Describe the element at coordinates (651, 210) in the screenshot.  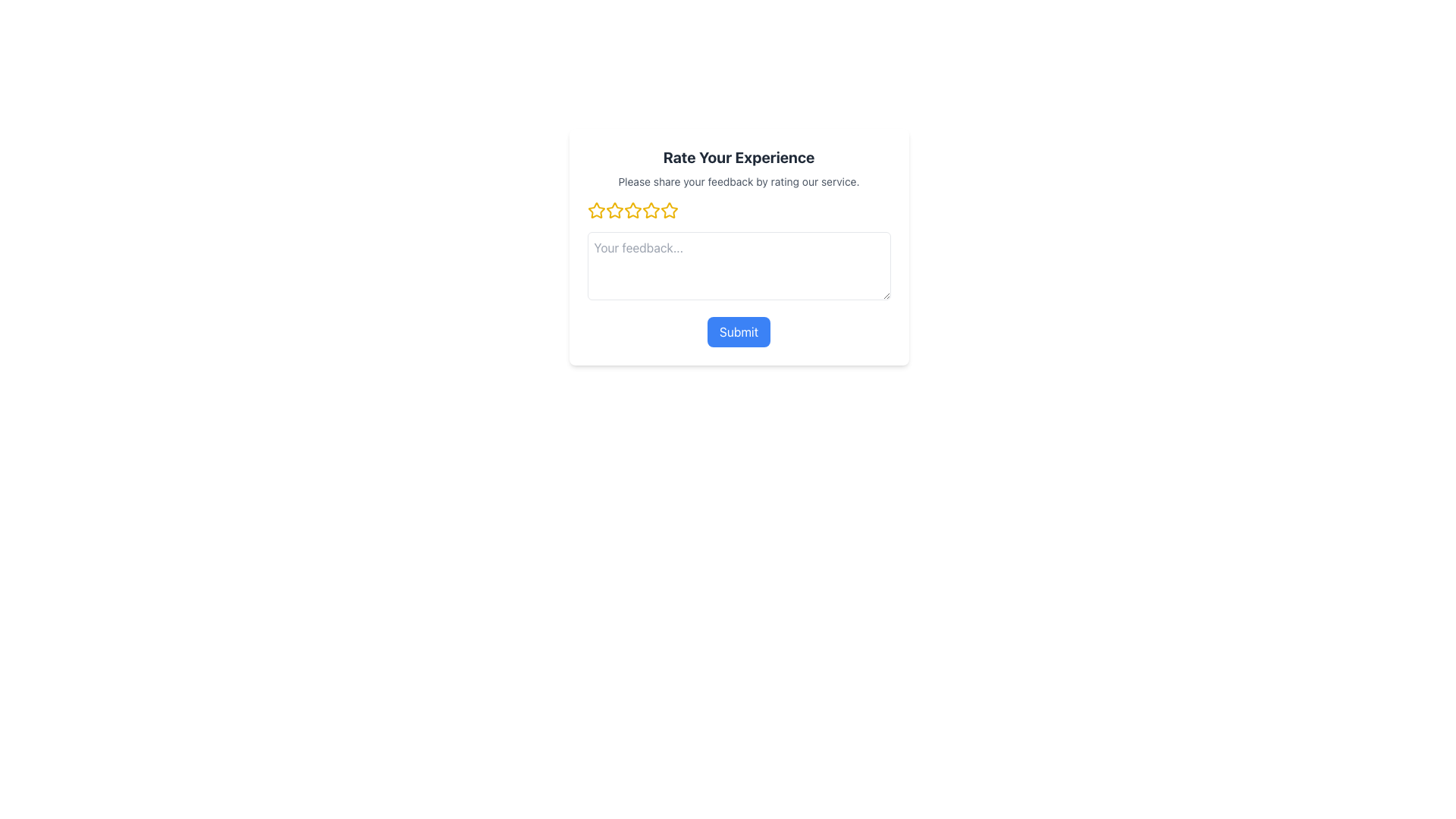
I see `the fifth yellow star icon in the rating interface` at that location.